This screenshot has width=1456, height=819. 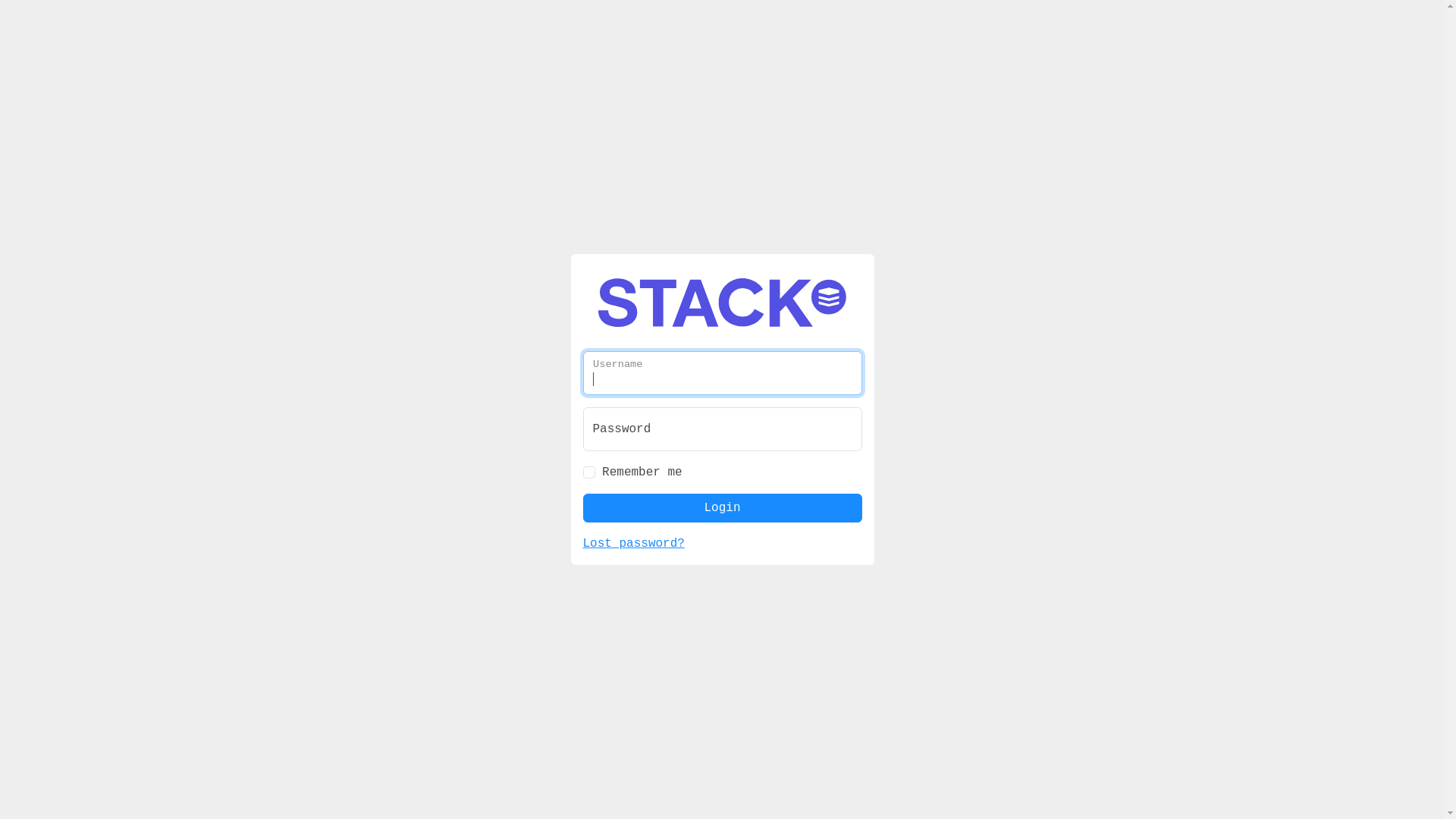 I want to click on 'Login', so click(x=720, y=482).